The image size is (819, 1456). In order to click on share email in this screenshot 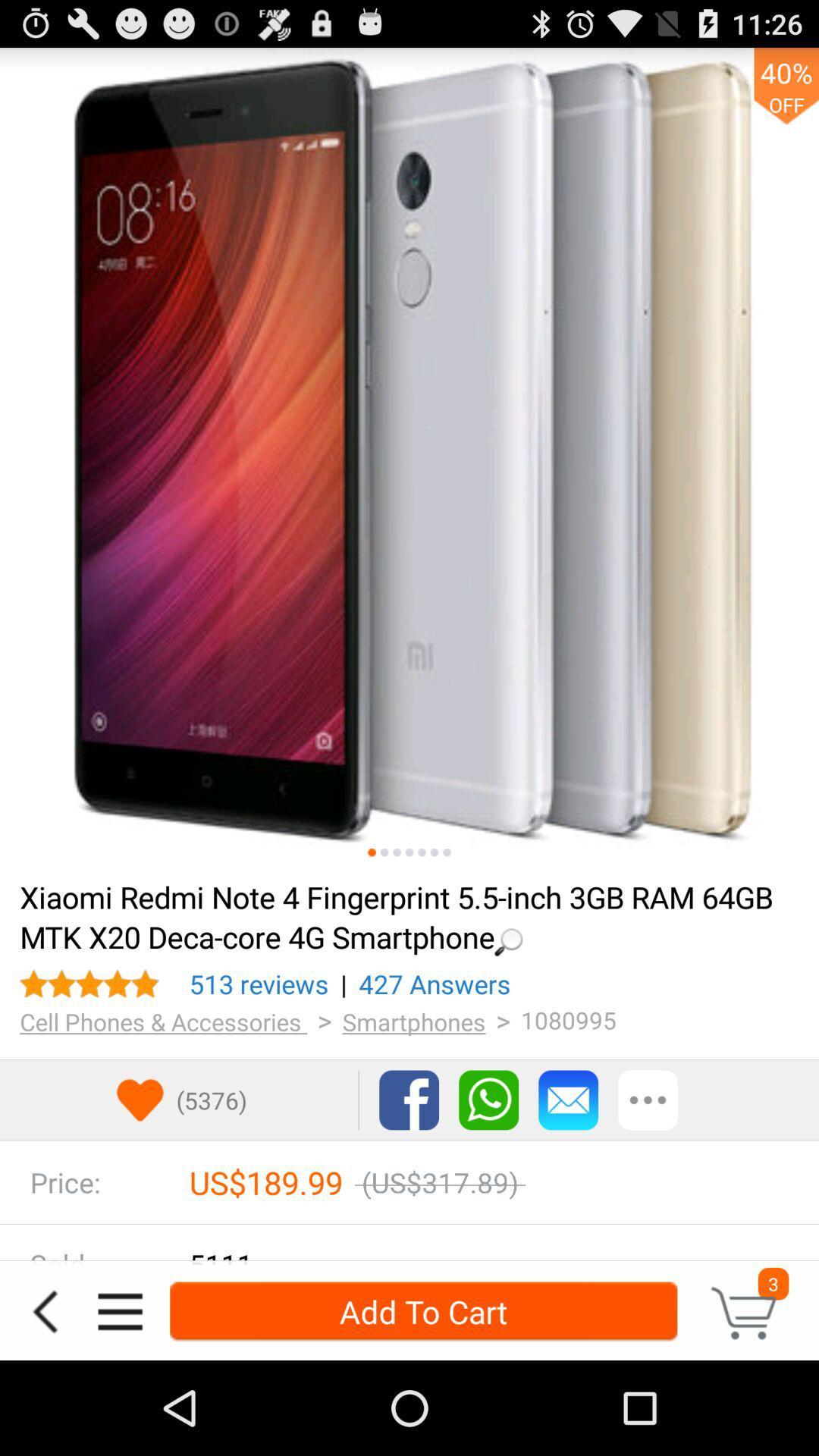, I will do `click(568, 1100)`.